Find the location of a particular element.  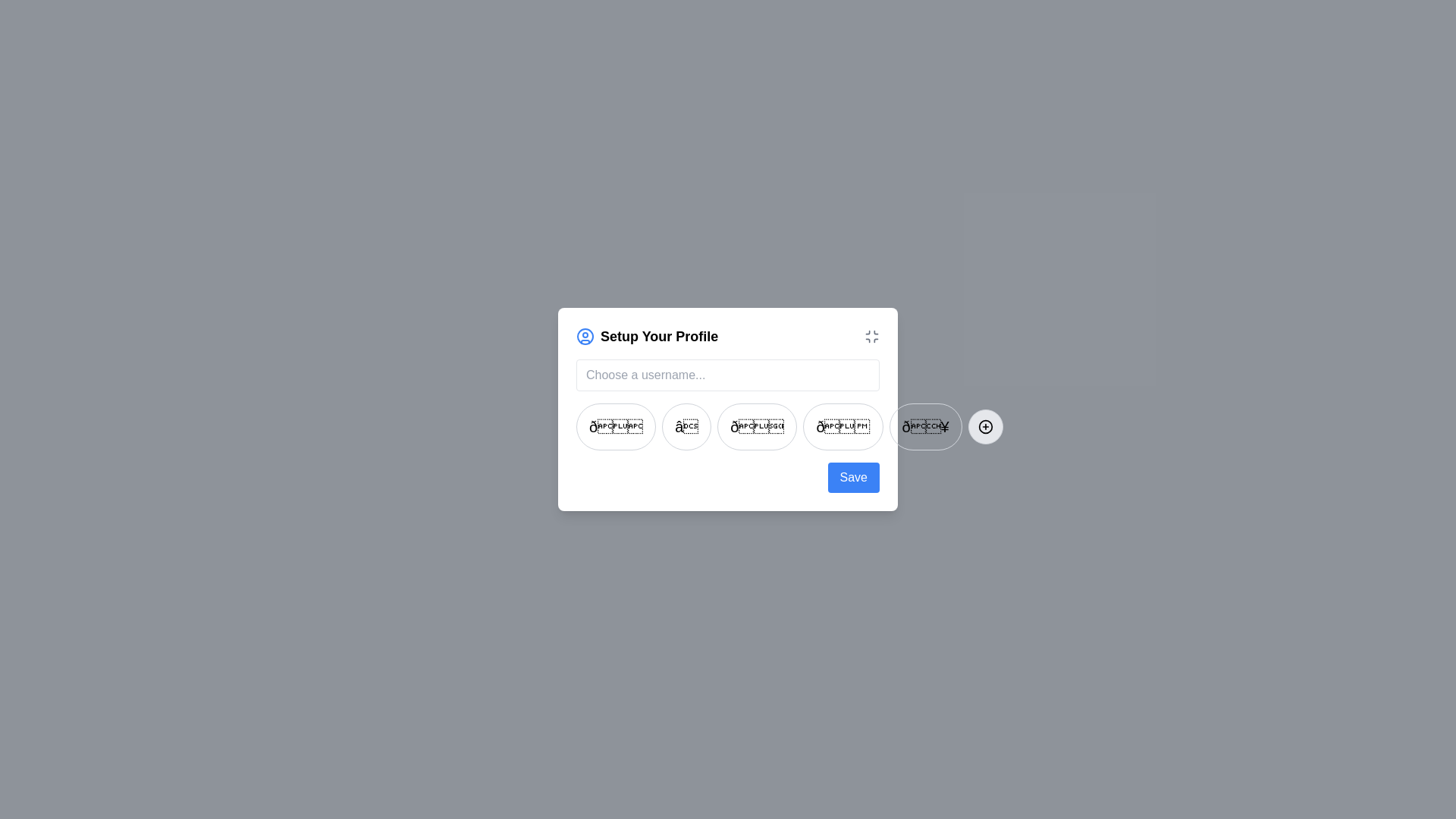

the interactive button located at the far right of a horizontal group of circle-based elements is located at coordinates (985, 427).